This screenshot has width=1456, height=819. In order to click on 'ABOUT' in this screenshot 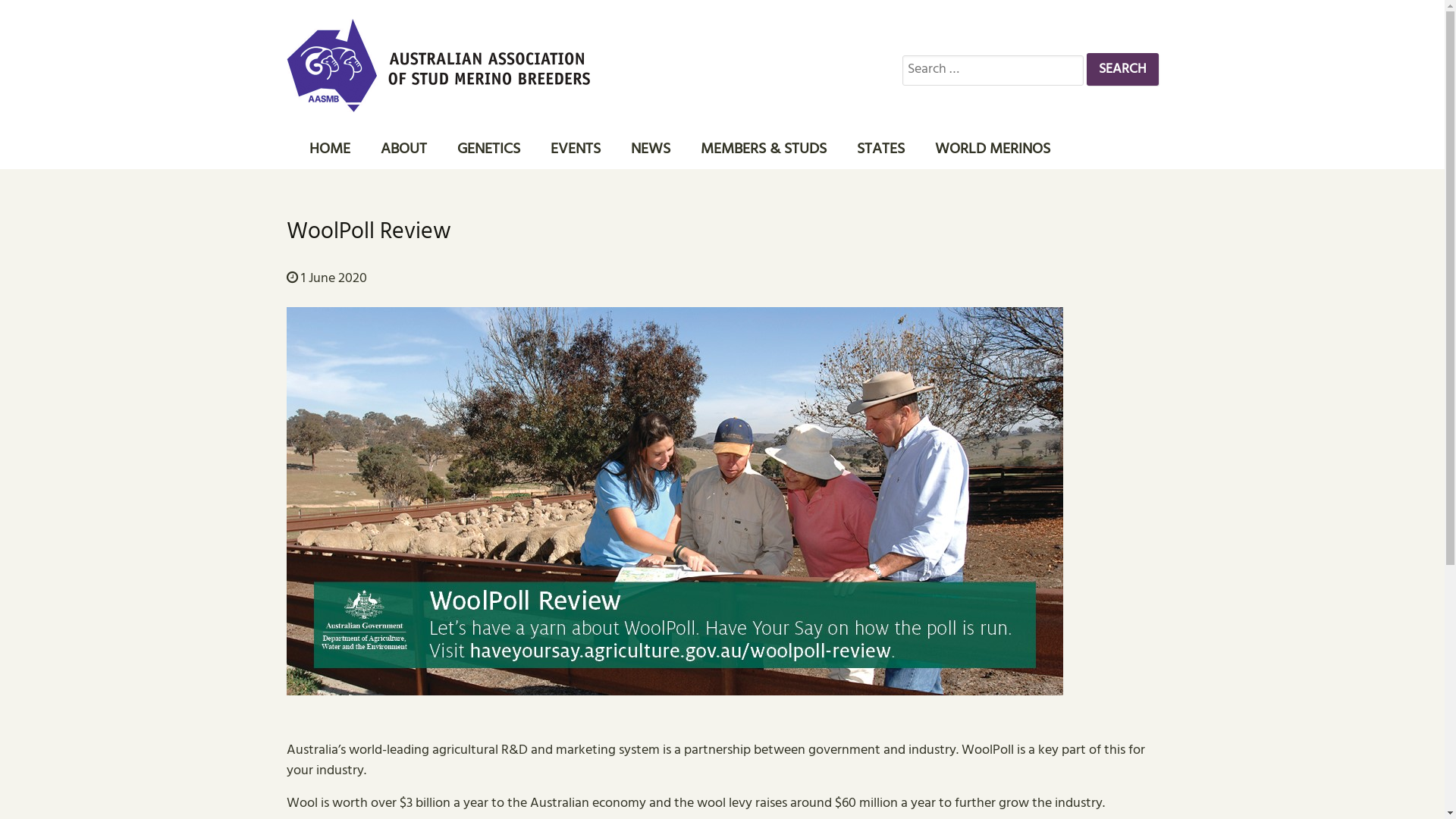, I will do `click(403, 149)`.